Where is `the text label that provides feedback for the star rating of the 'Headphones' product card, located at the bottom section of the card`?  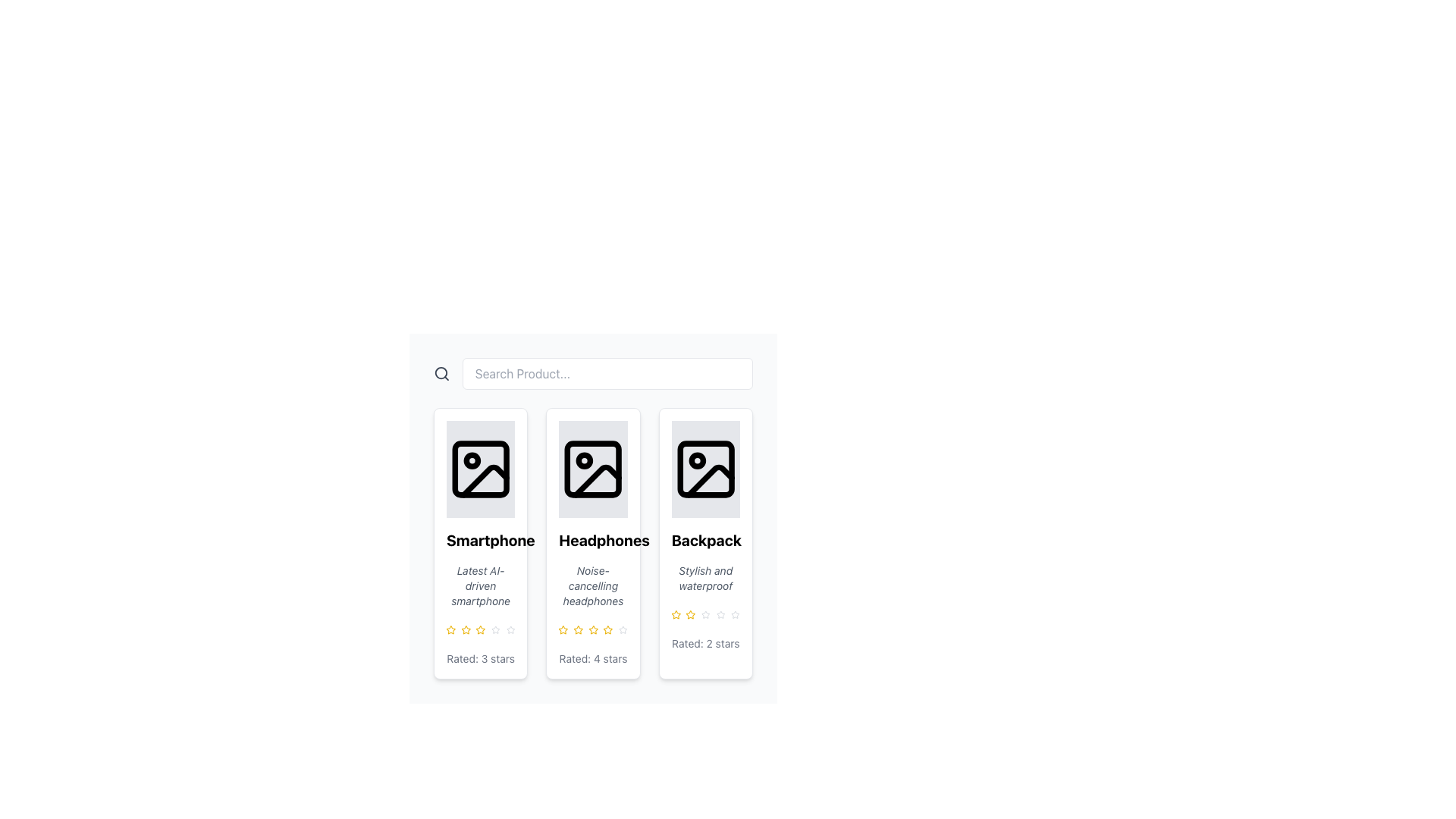
the text label that provides feedback for the star rating of the 'Headphones' product card, located at the bottom section of the card is located at coordinates (592, 657).